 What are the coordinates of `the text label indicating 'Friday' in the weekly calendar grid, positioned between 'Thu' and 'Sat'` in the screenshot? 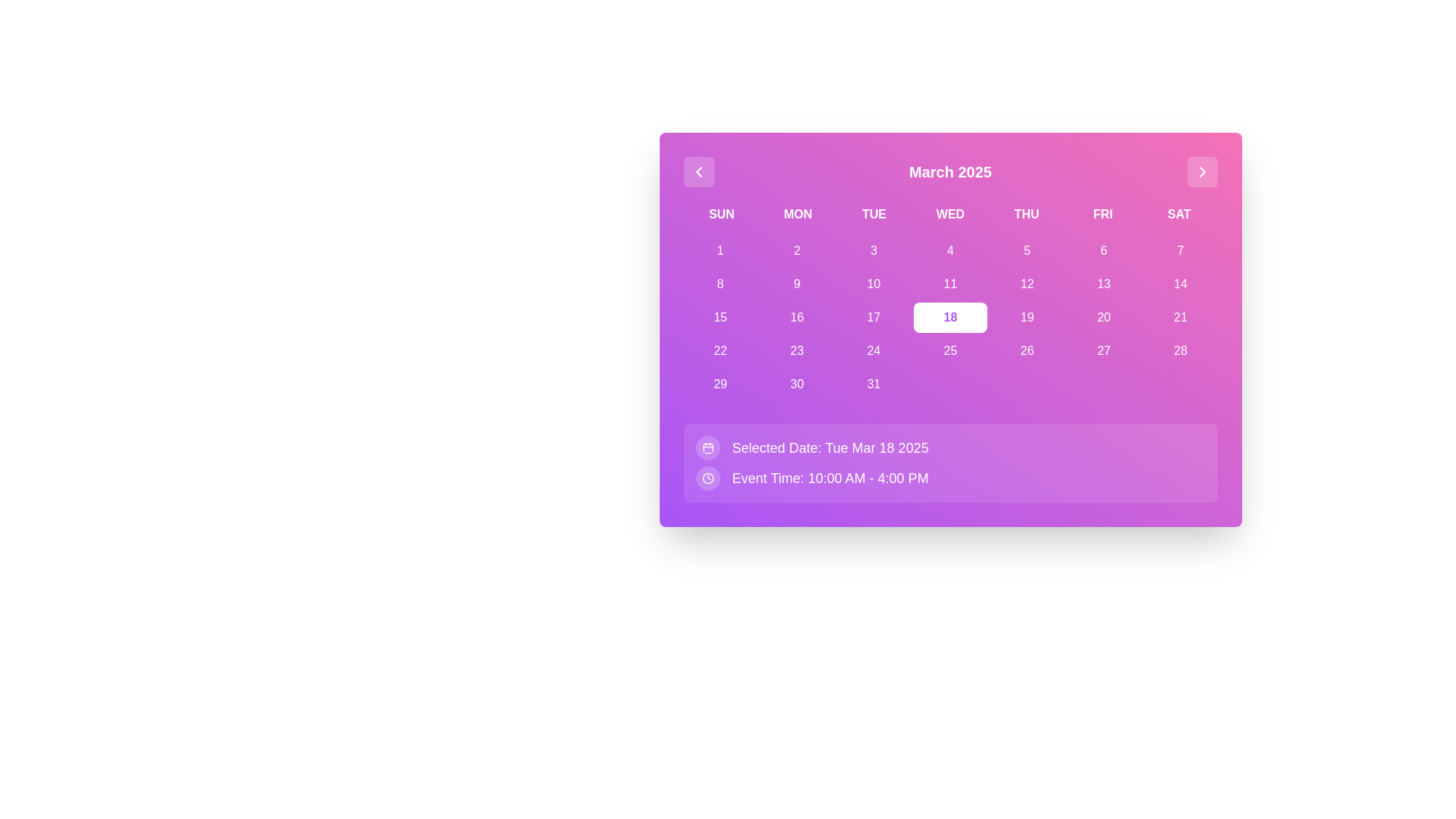 It's located at (1103, 214).